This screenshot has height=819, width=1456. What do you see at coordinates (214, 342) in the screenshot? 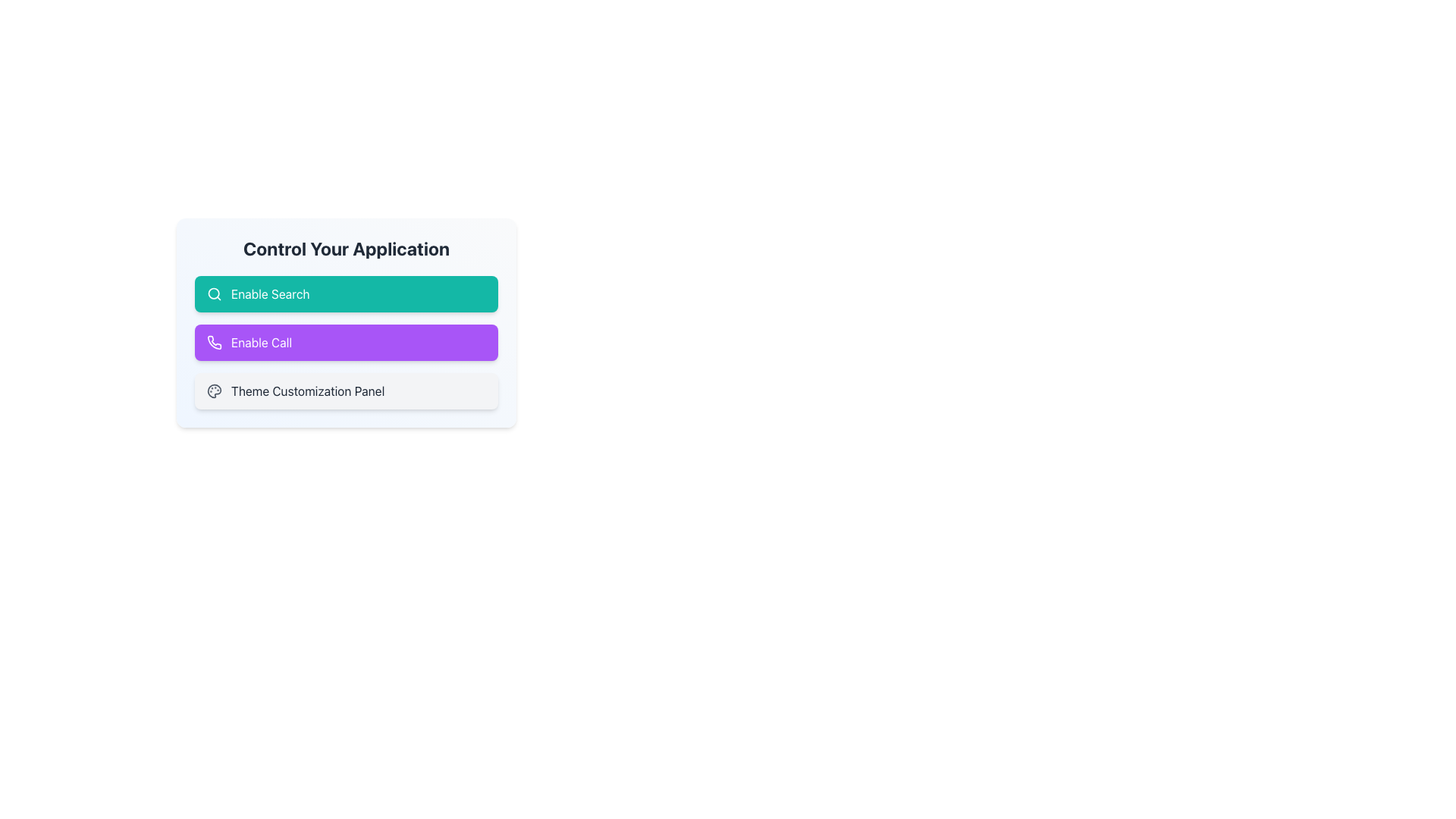
I see `the telephone receiver icon located on the left side of the 'Enable Call' button, which is colored white and situated against a purple background` at bounding box center [214, 342].